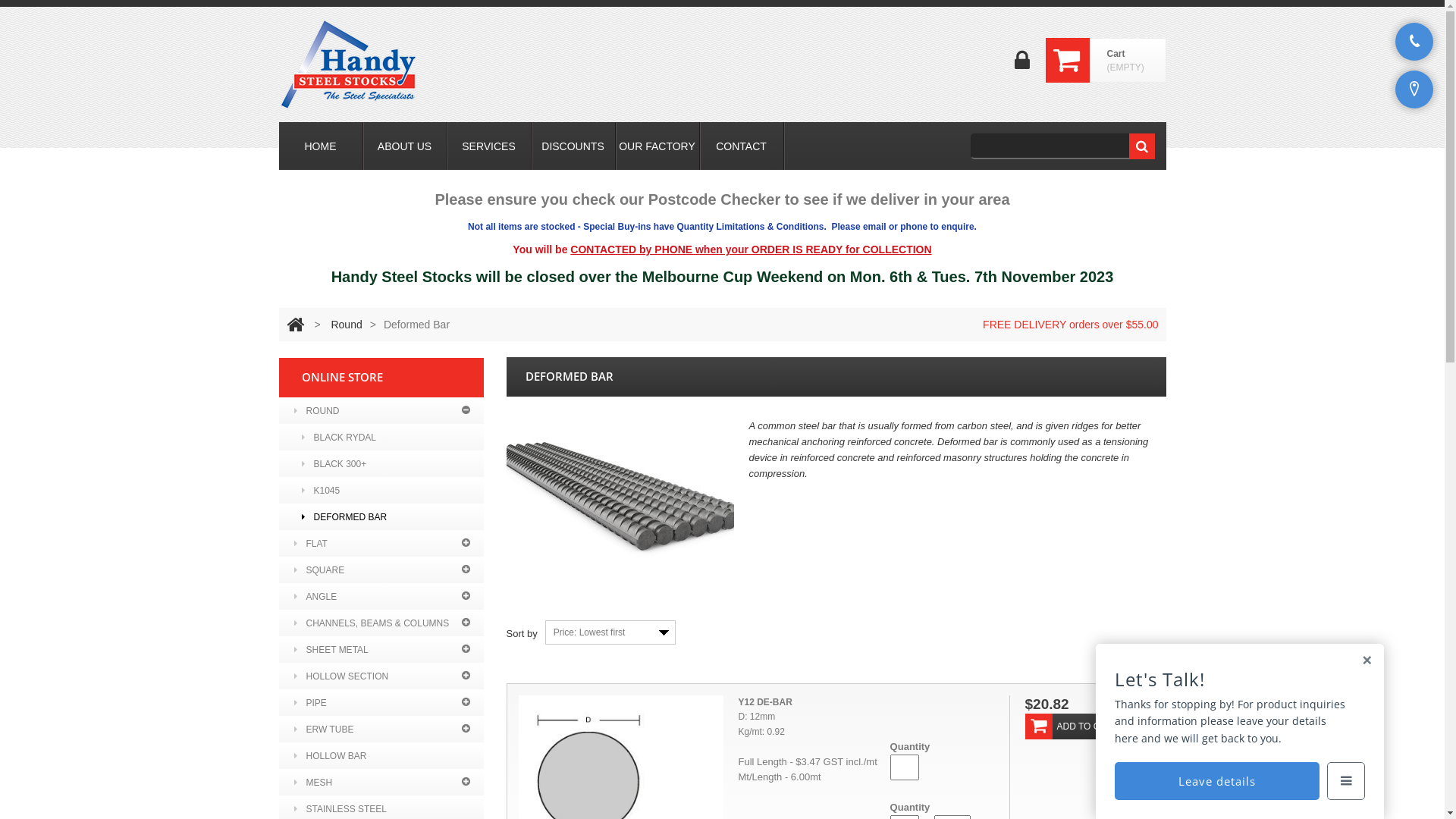 Image resolution: width=1456 pixels, height=819 pixels. What do you see at coordinates (287, 324) in the screenshot?
I see `'Return to Home'` at bounding box center [287, 324].